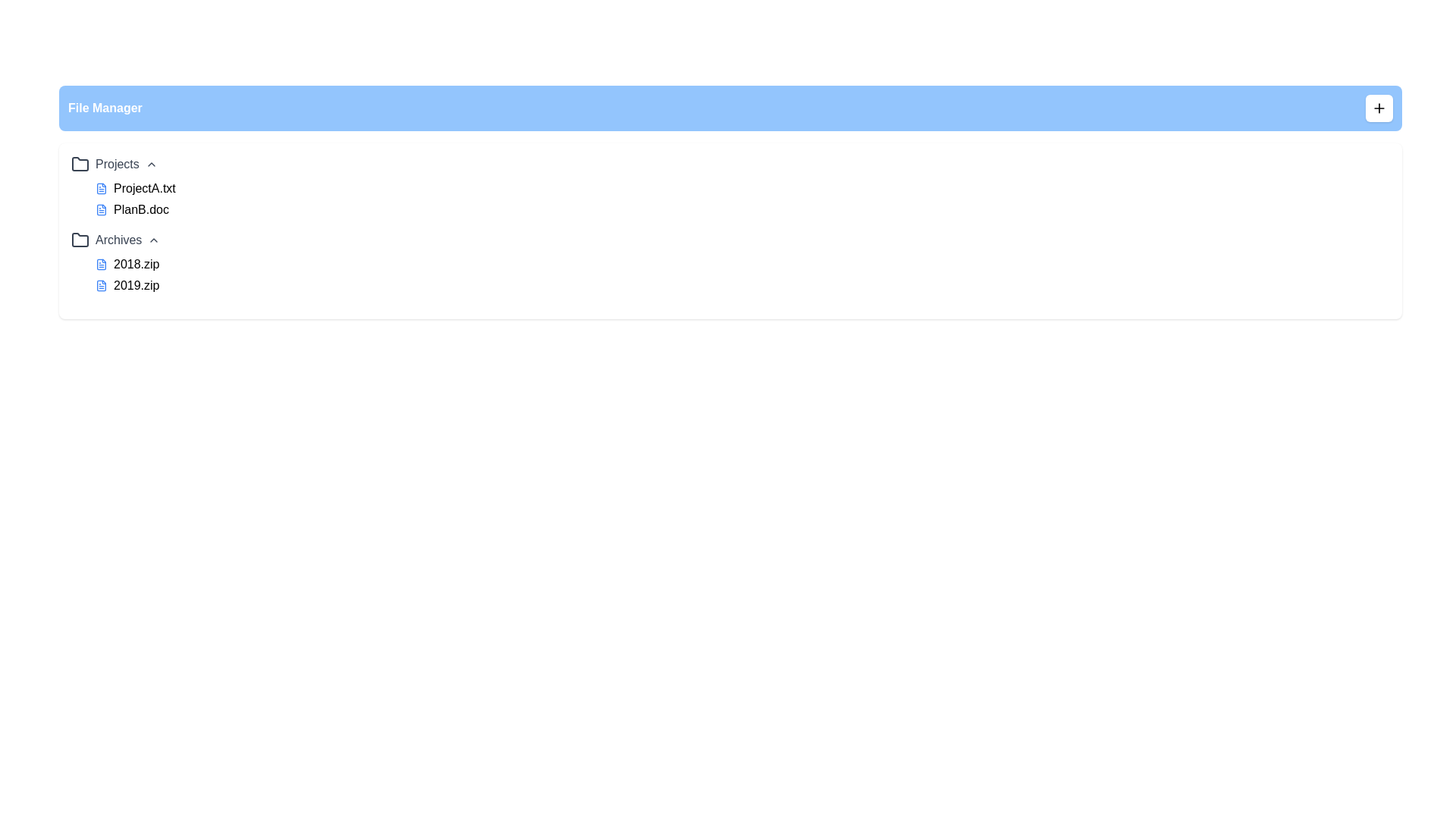 This screenshot has height=819, width=1456. Describe the element at coordinates (118, 239) in the screenshot. I see `the 'Archives' text label in the file manager module, which indicates the name and purpose of the folder, located under the 'Projects' section` at that location.